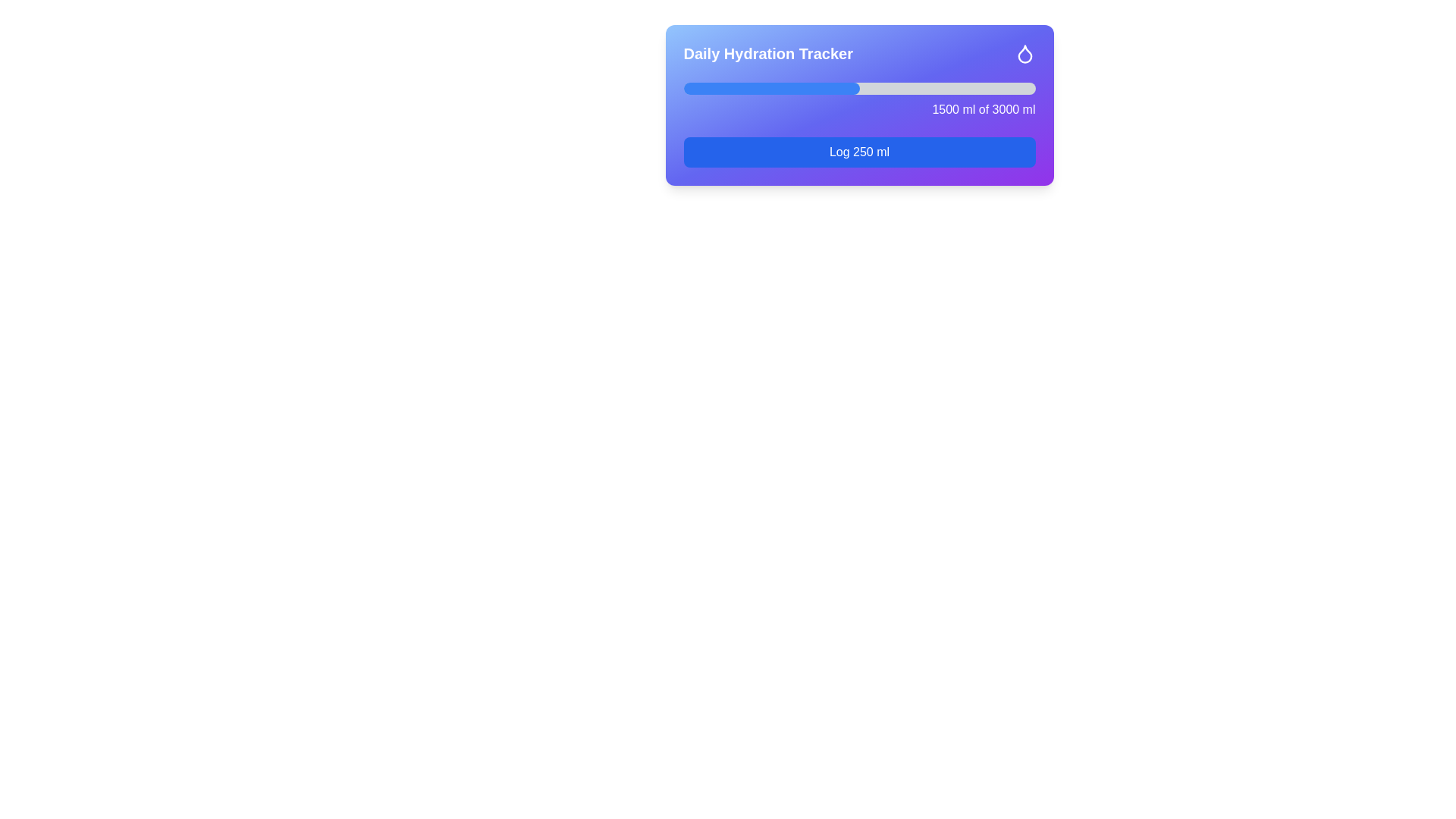  I want to click on the horizontal progress bar within the hydration tracker interface, which is represented by a gray background and a blue bar that fills halfway, positioned below the title 'Daily Hydration Tracker' and above the text segment displaying '1500 ml of 3000 ml', so click(859, 88).